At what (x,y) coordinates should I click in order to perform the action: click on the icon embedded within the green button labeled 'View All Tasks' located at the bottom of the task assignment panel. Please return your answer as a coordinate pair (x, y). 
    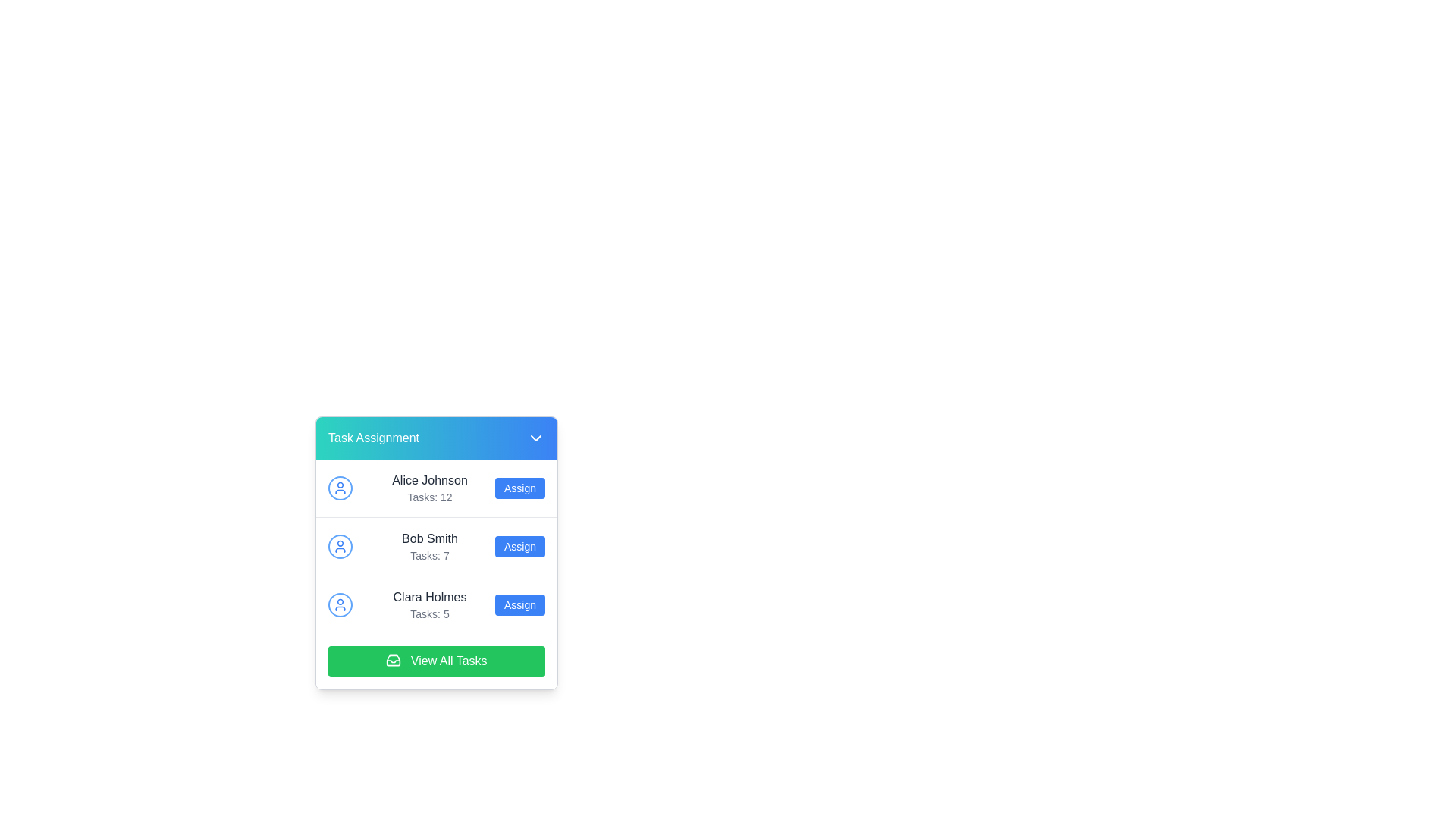
    Looking at the image, I should click on (394, 659).